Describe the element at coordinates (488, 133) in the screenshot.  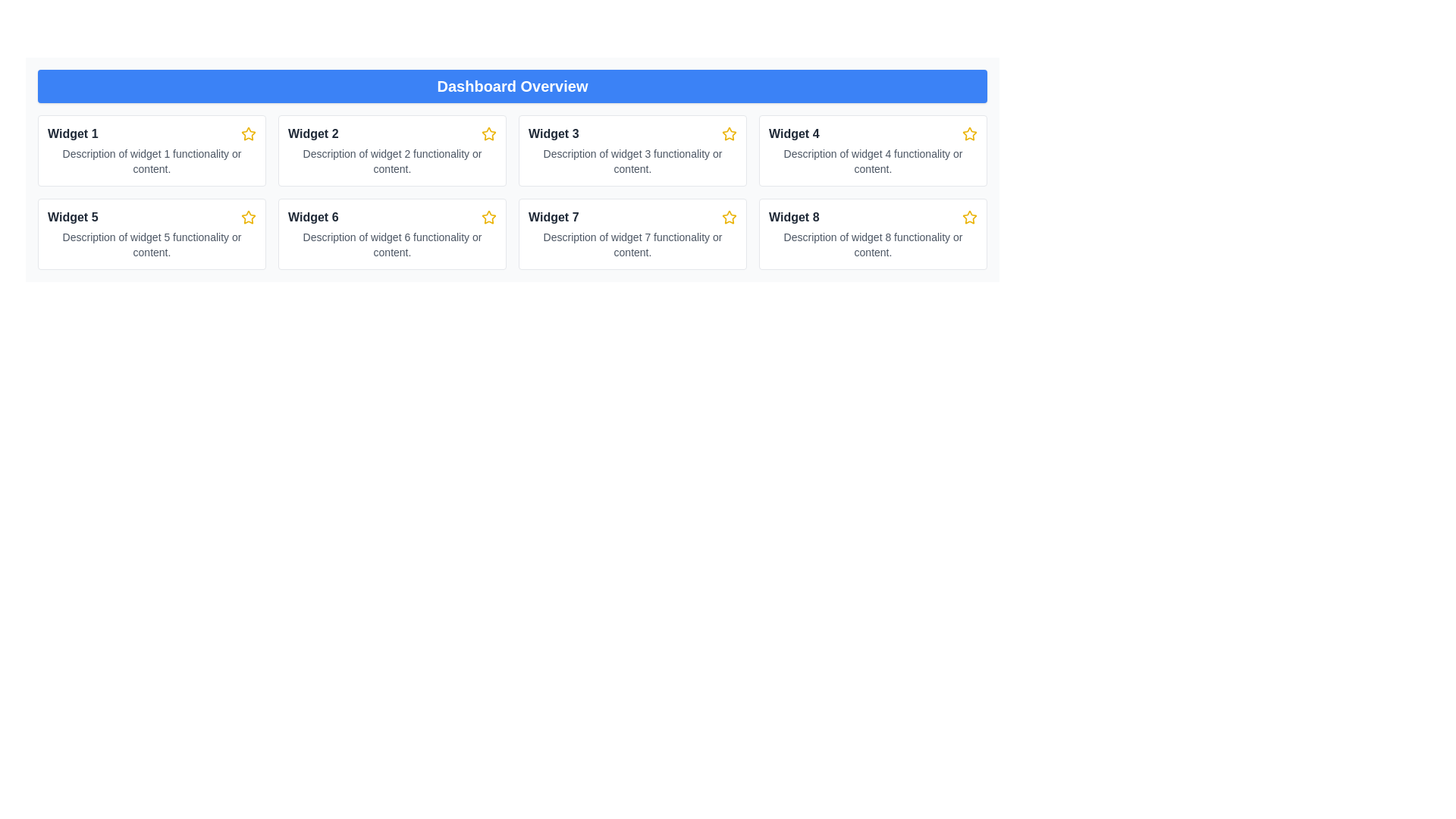
I see `the star icon used to favorite 'Widget 2' in the 'Dashboard Overview' section` at that location.